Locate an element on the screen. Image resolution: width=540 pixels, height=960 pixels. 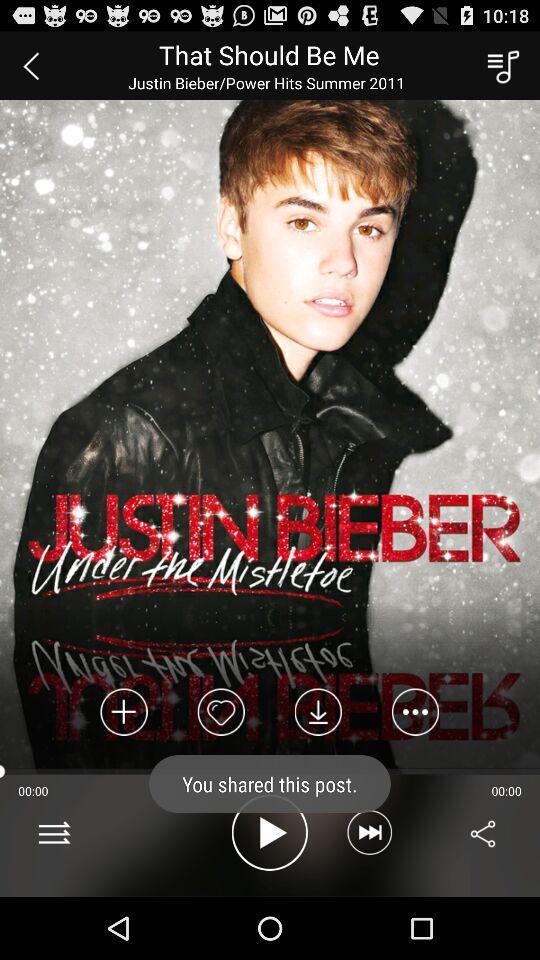
the more icon is located at coordinates (414, 761).